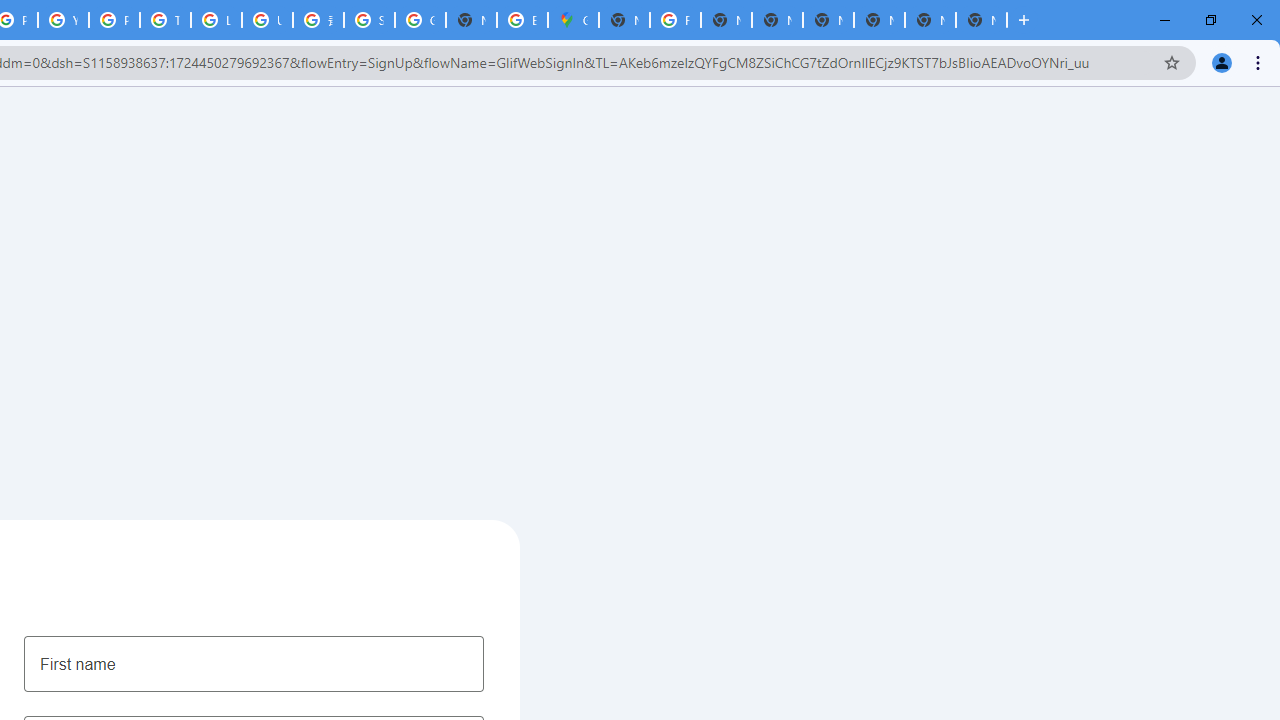  I want to click on 'New Tab', so click(1024, 20).